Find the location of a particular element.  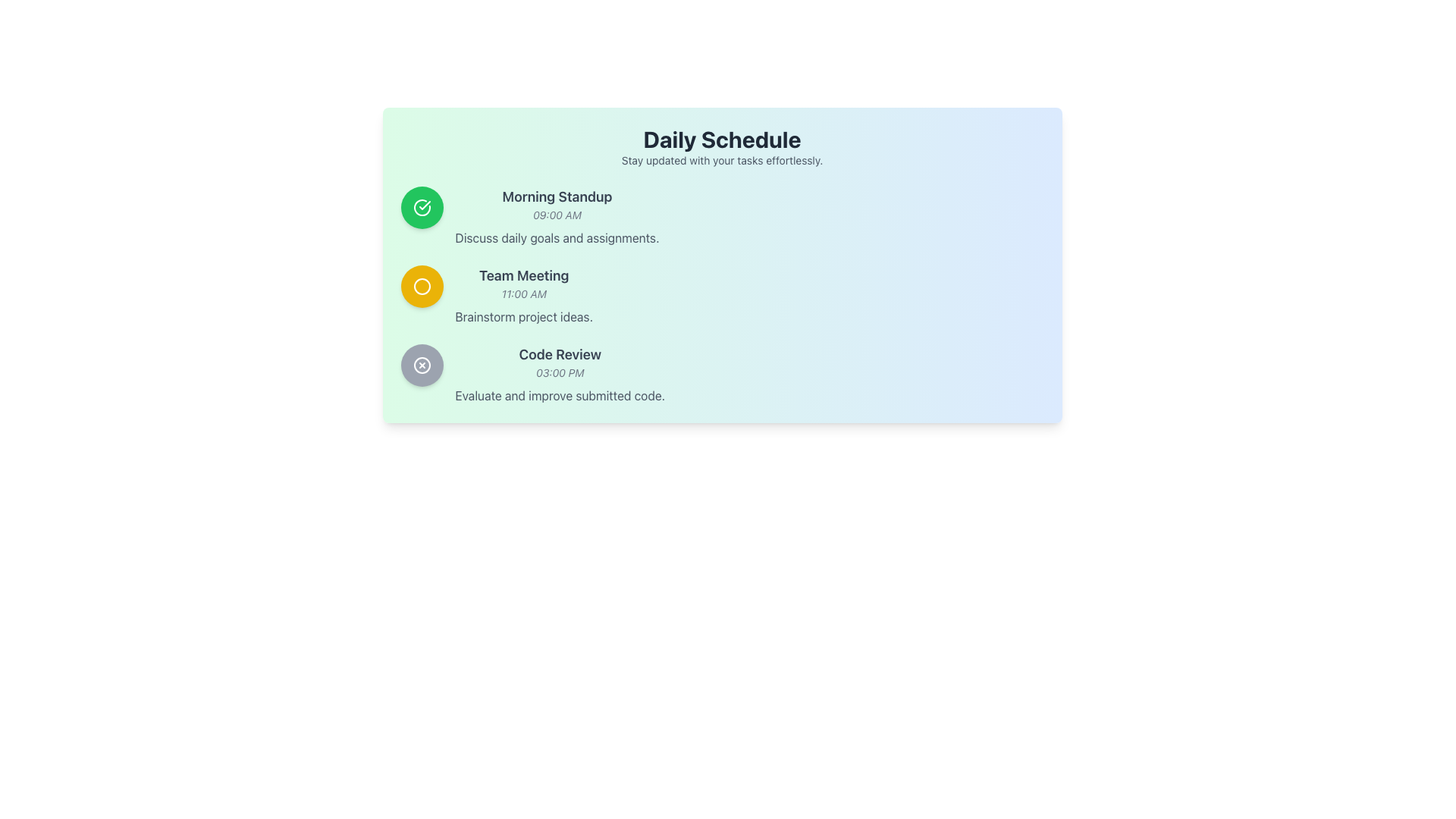

the first structured list item representing a scheduled meeting or activity located near the top of the list, preceding 'Team Meeting' and 'Code Review' is located at coordinates (721, 216).